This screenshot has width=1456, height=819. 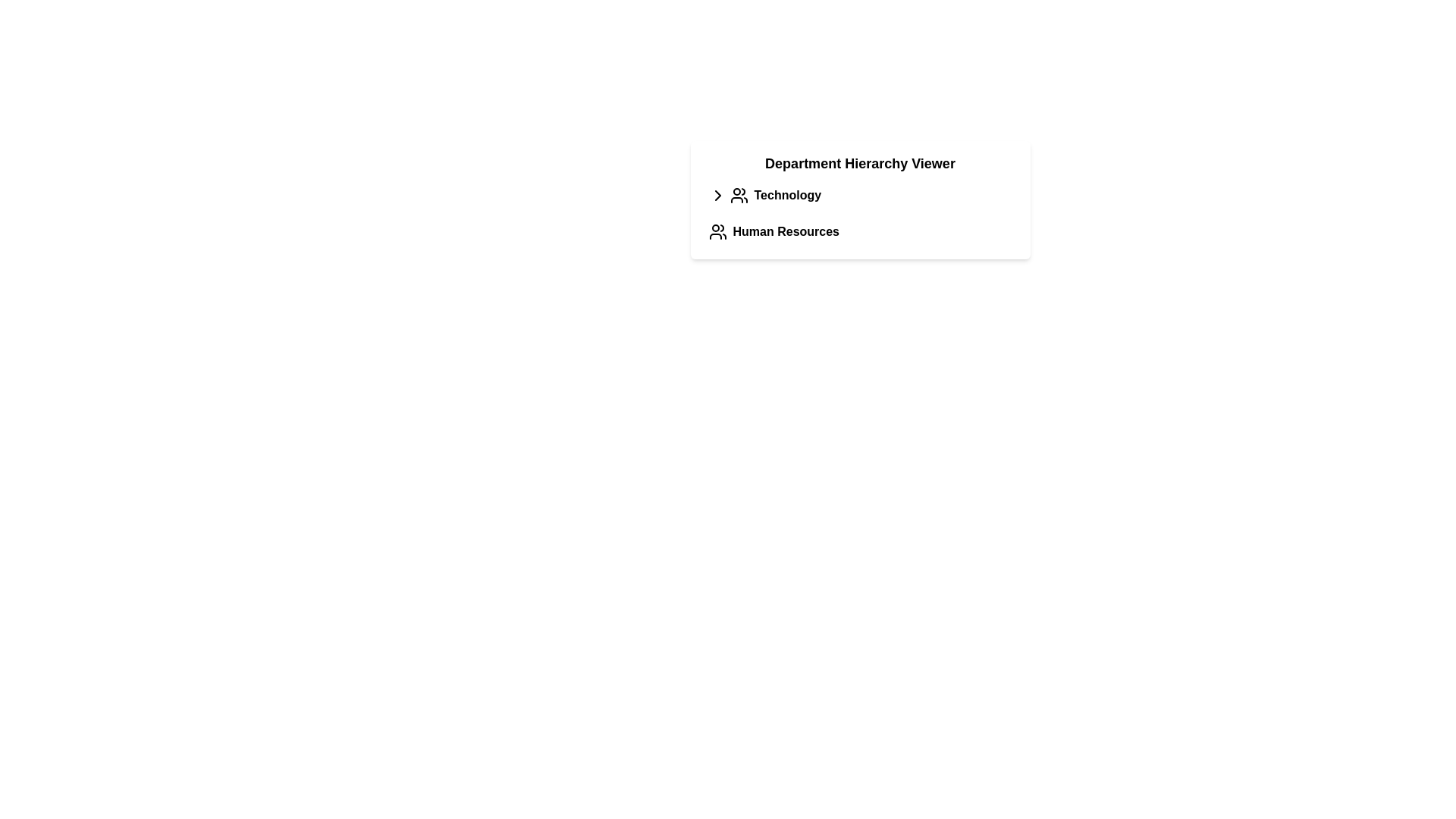 What do you see at coordinates (787, 195) in the screenshot?
I see `the 'Technology' text label element, which is styled in bold and located above the 'Human Resources' department entry in the department hierarchy section` at bounding box center [787, 195].